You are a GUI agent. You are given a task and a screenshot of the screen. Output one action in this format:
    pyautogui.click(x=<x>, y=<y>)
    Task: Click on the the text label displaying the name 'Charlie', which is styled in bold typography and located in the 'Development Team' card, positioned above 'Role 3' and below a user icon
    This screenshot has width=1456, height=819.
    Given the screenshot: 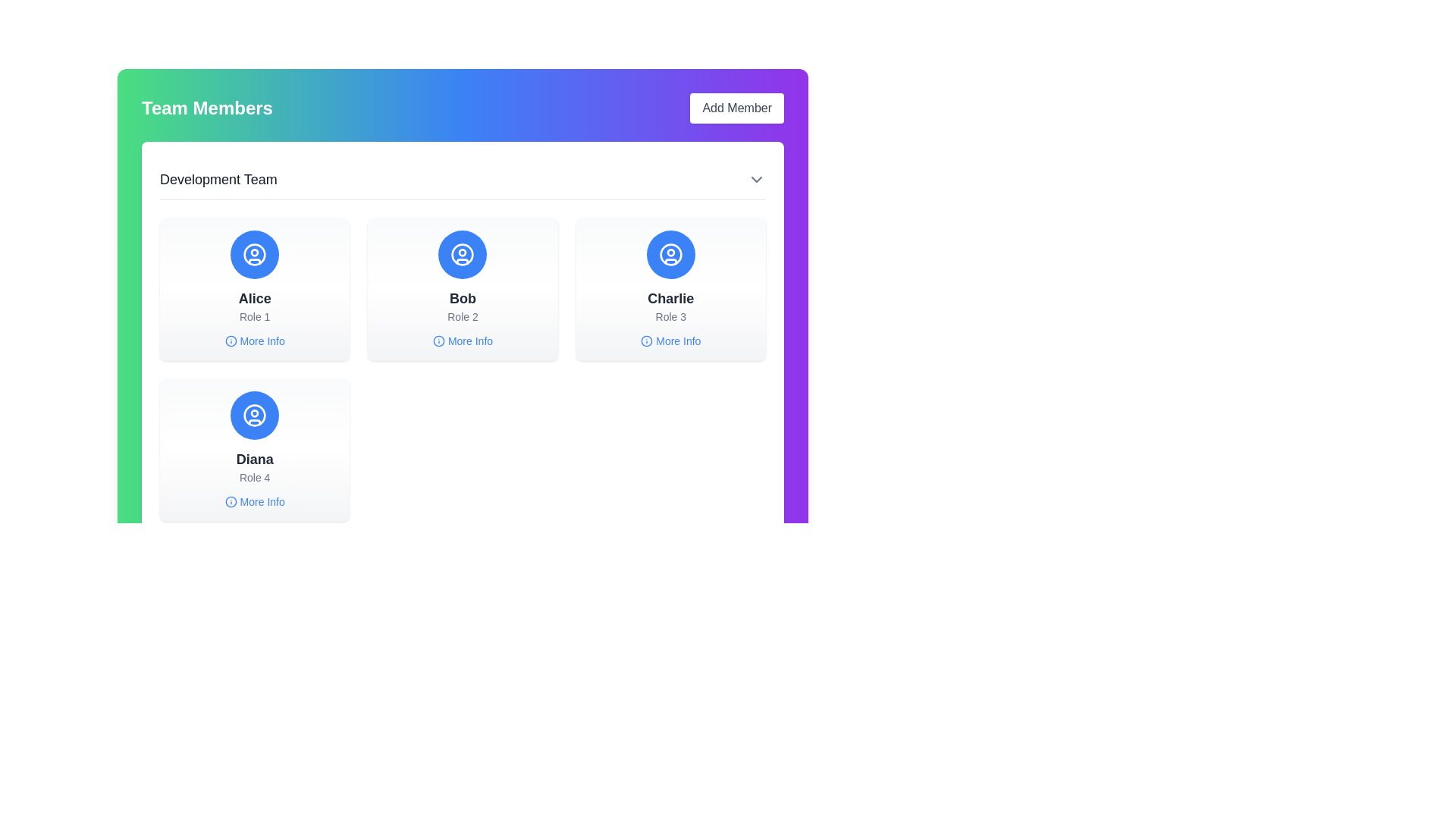 What is the action you would take?
    pyautogui.click(x=670, y=298)
    